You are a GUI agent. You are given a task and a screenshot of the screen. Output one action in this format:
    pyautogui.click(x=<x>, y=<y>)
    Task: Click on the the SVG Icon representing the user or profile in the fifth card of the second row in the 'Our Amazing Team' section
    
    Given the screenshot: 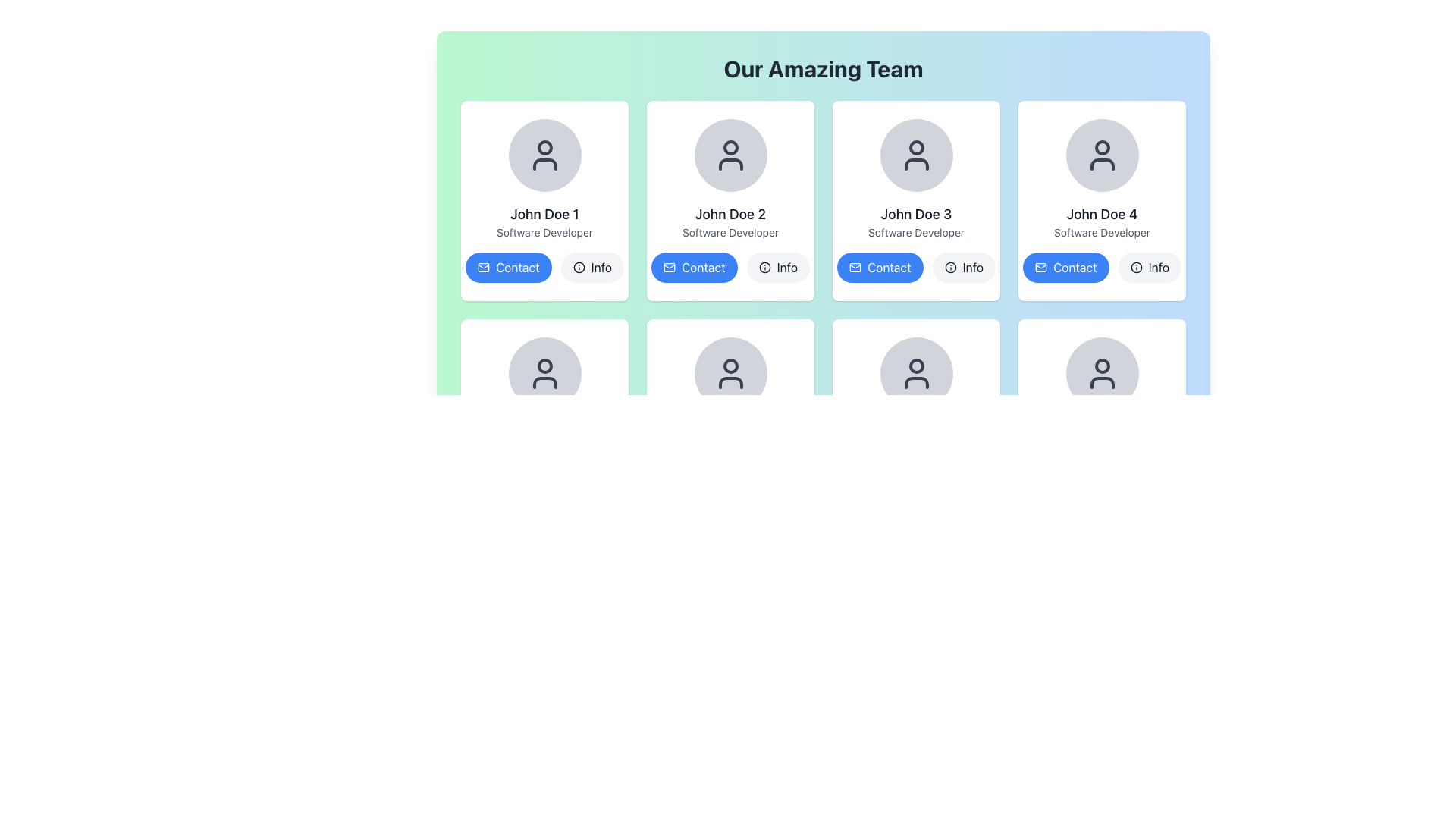 What is the action you would take?
    pyautogui.click(x=915, y=374)
    